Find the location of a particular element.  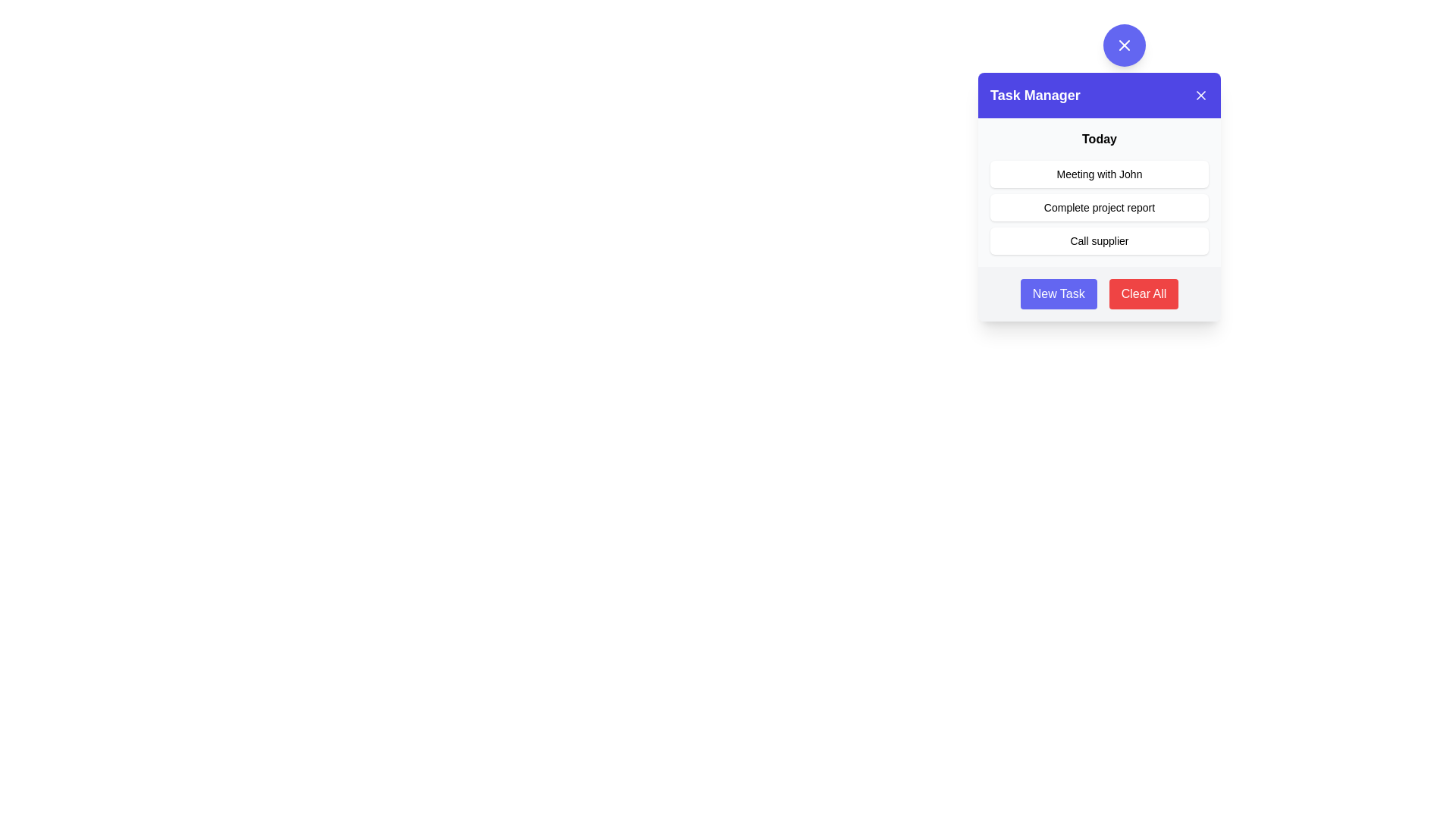

an individual list item in the 'Today' task list of the 'Task Manager' dialog box is located at coordinates (1099, 207).